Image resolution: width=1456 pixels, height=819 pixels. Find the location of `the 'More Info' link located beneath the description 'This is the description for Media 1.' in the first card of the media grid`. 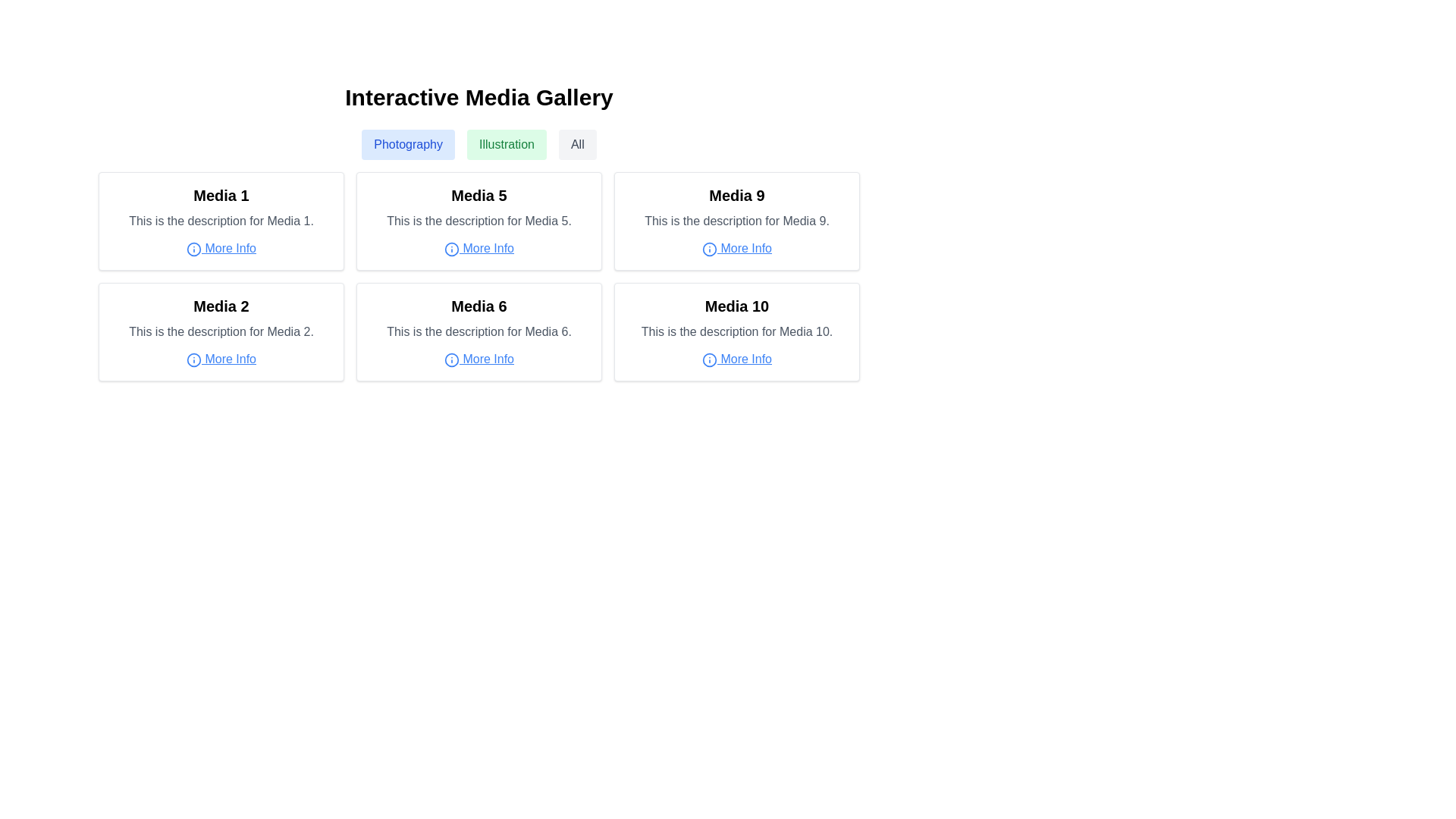

the 'More Info' link located beneath the description 'This is the description for Media 1.' in the first card of the media grid is located at coordinates (193, 248).